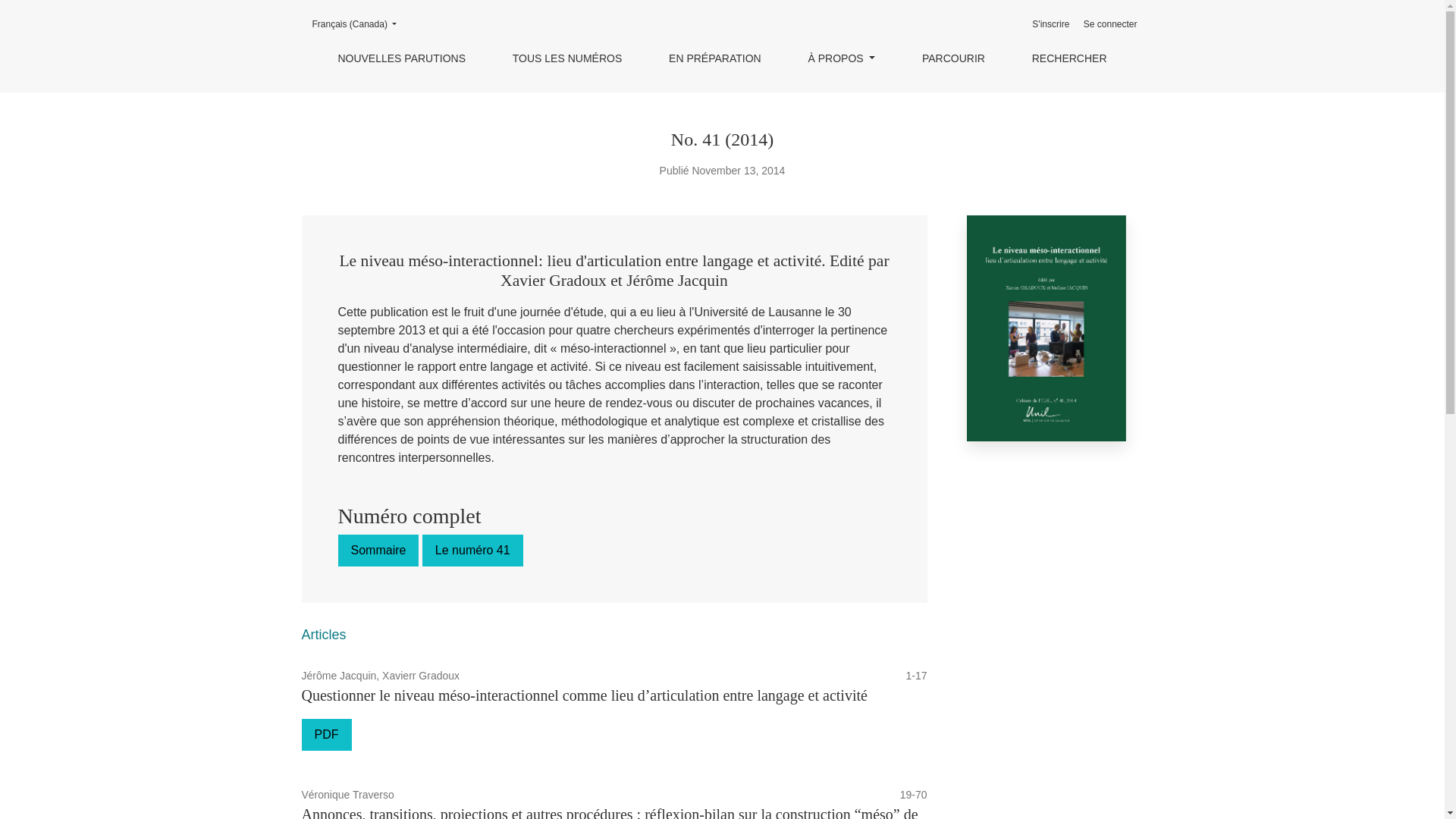 This screenshot has height=819, width=1456. I want to click on 'Se connecter', so click(1110, 24).